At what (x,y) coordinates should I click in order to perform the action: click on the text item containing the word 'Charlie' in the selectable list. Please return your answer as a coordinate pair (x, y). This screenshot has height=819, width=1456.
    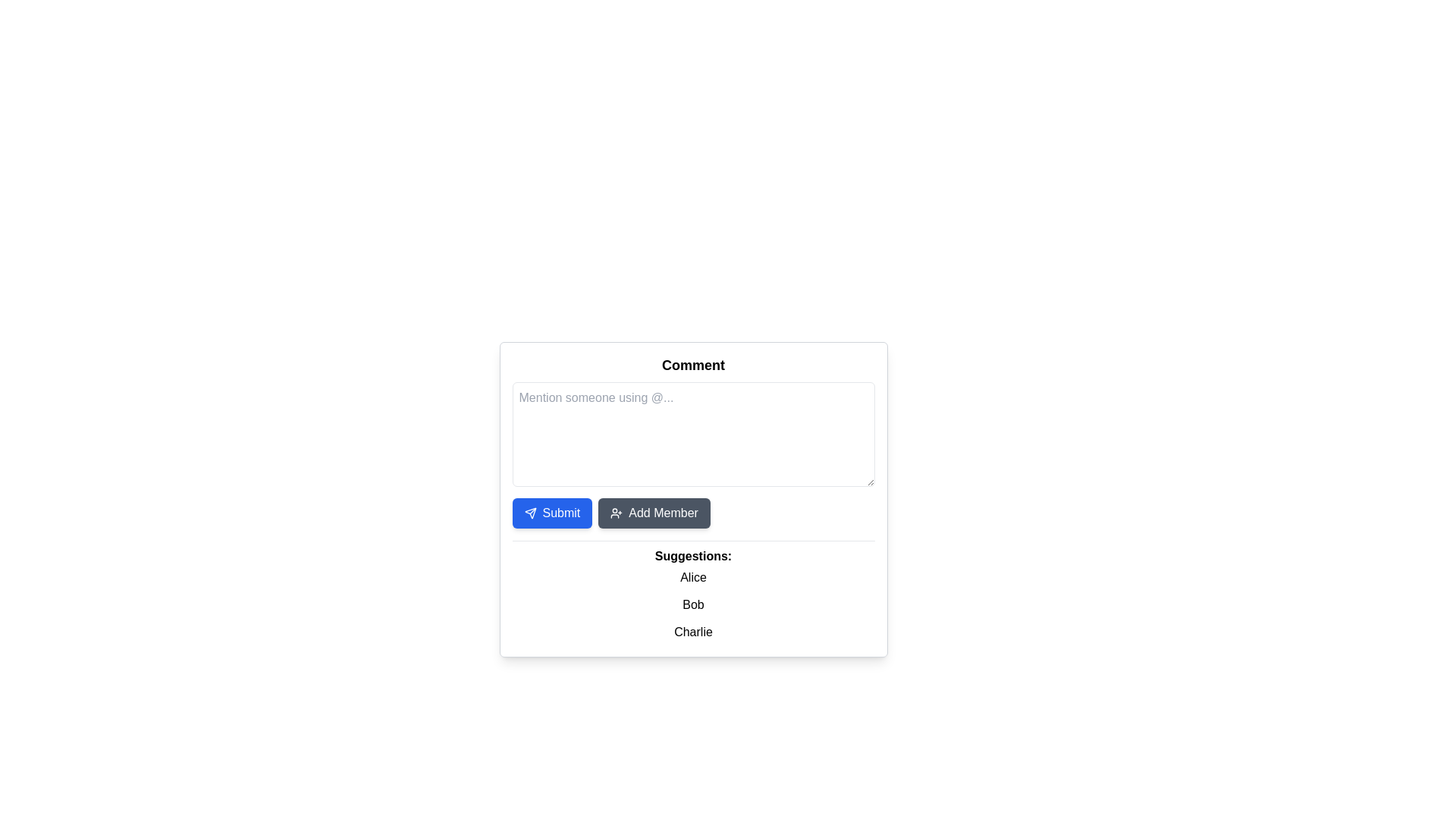
    Looking at the image, I should click on (692, 632).